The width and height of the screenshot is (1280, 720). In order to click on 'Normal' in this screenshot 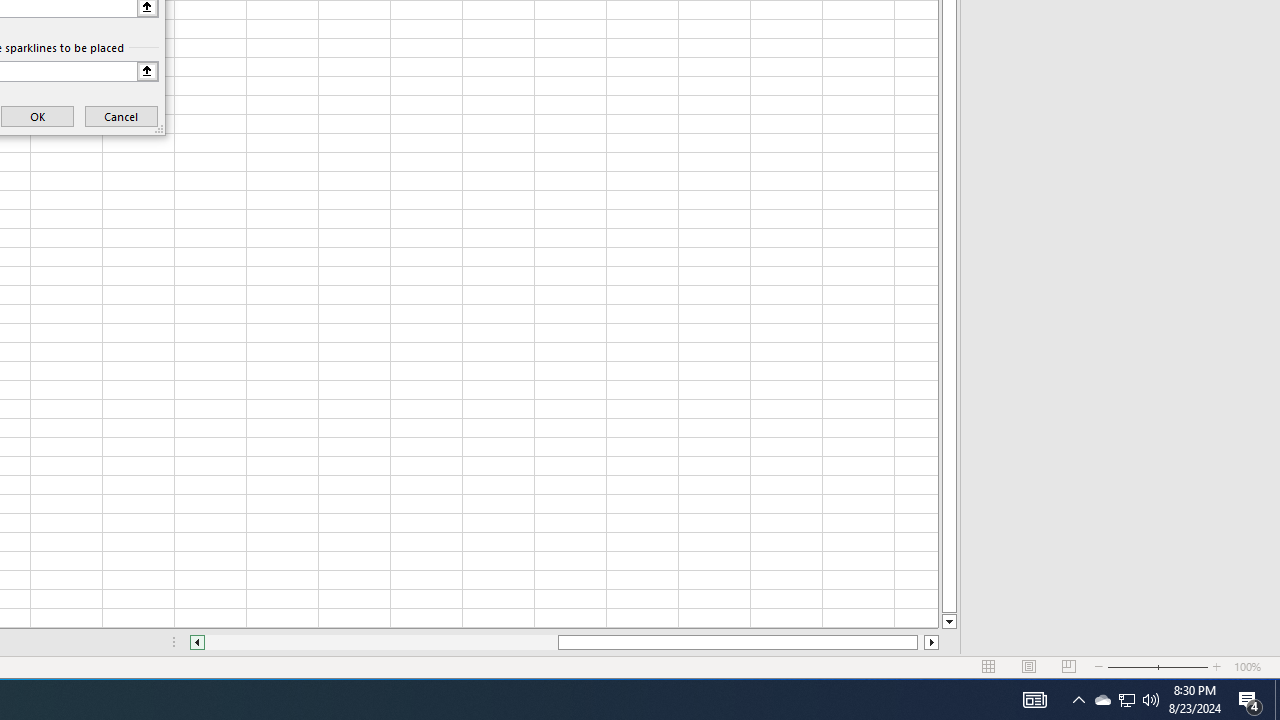, I will do `click(988, 667)`.